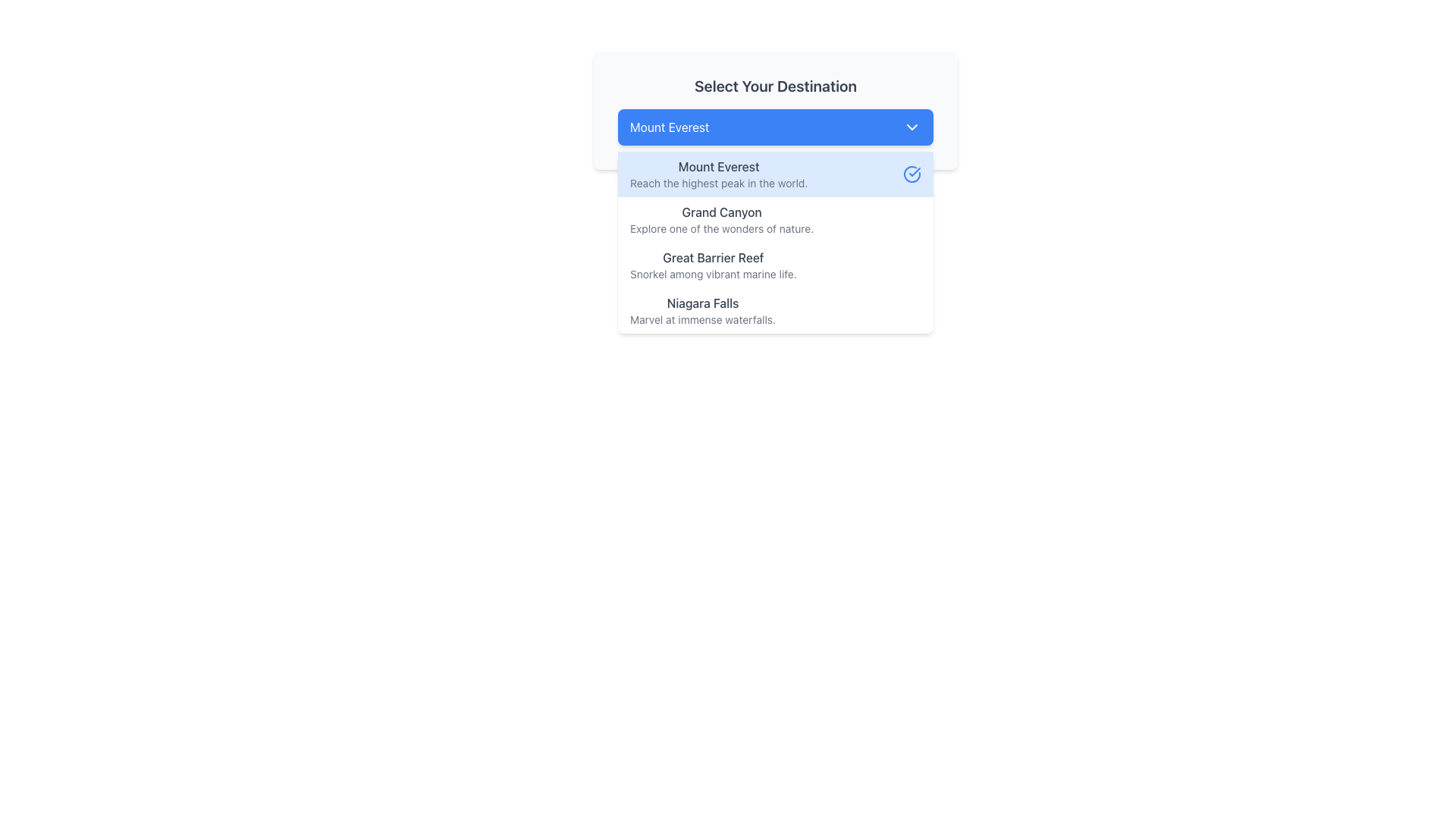  I want to click on the dropdown menu item, so click(775, 242).